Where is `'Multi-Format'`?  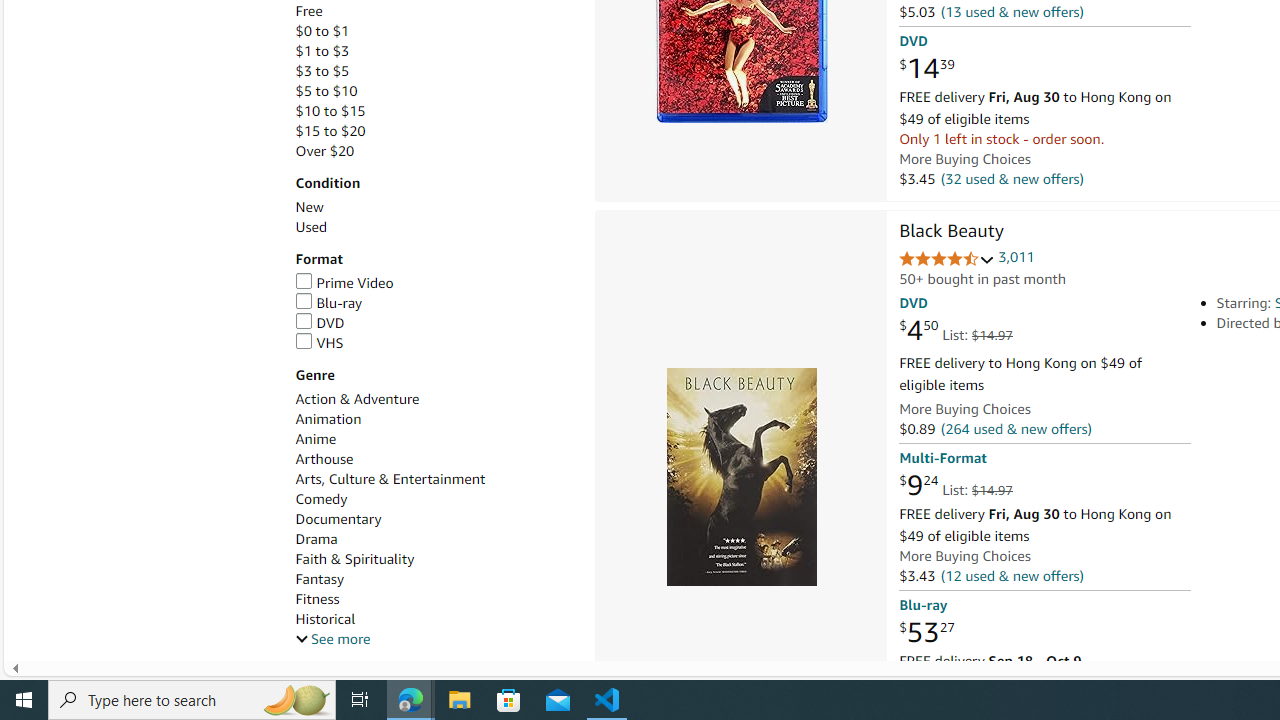
'Multi-Format' is located at coordinates (941, 458).